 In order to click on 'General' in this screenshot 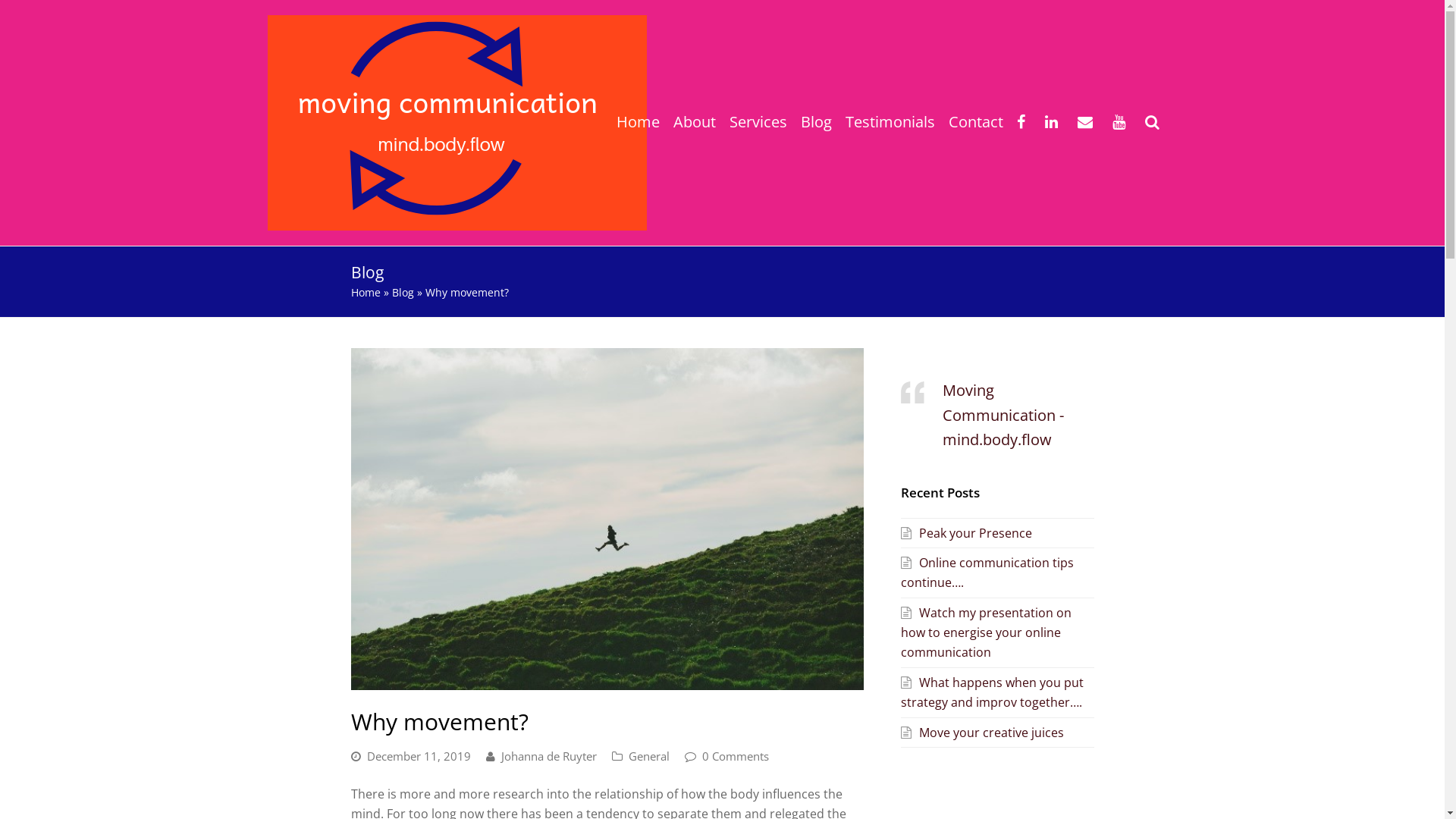, I will do `click(648, 755)`.